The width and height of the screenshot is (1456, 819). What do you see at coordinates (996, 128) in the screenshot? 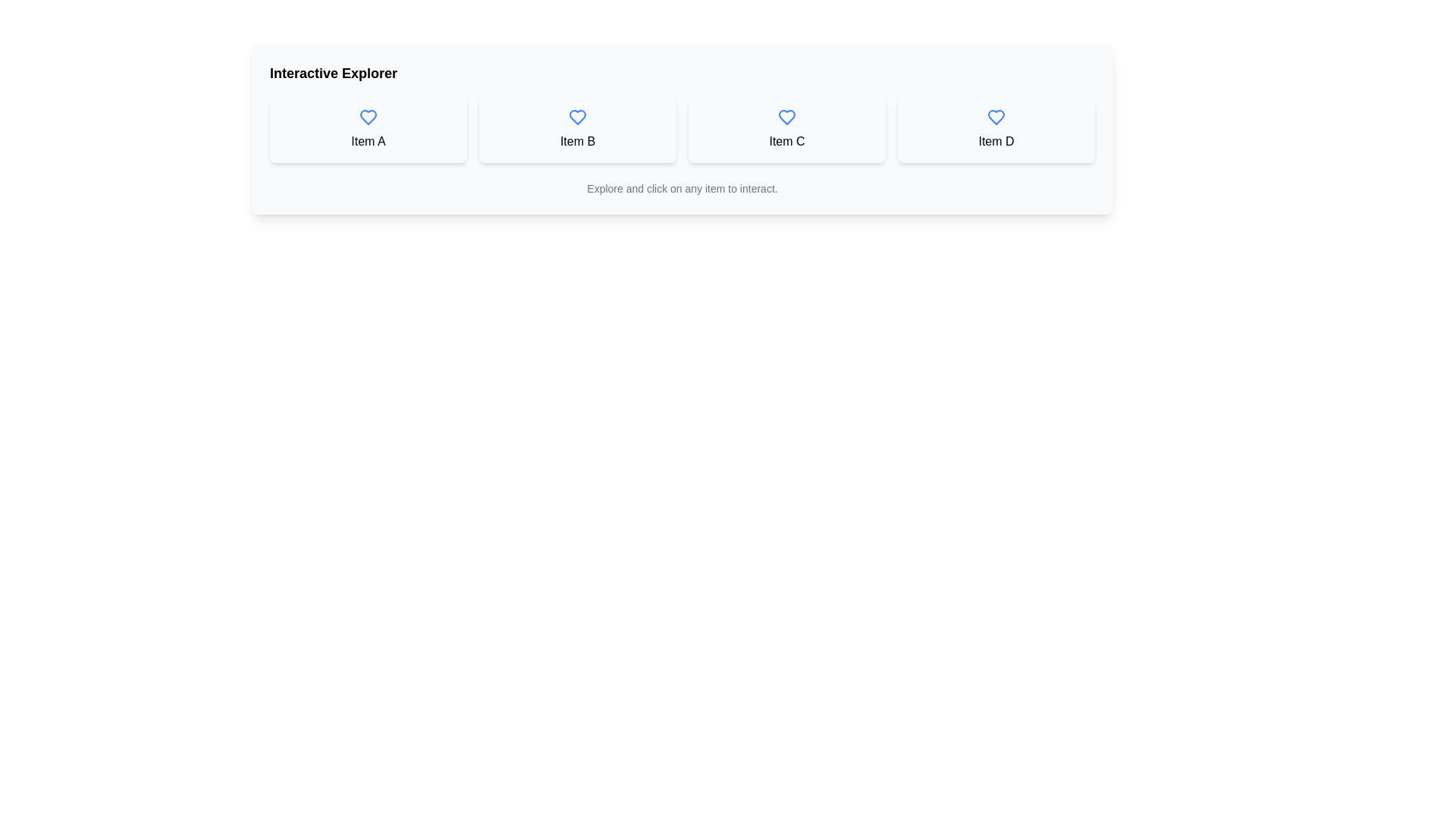
I see `the button with a centered heart icon and the text 'Item D' to trigger the tooltip or animation` at bounding box center [996, 128].